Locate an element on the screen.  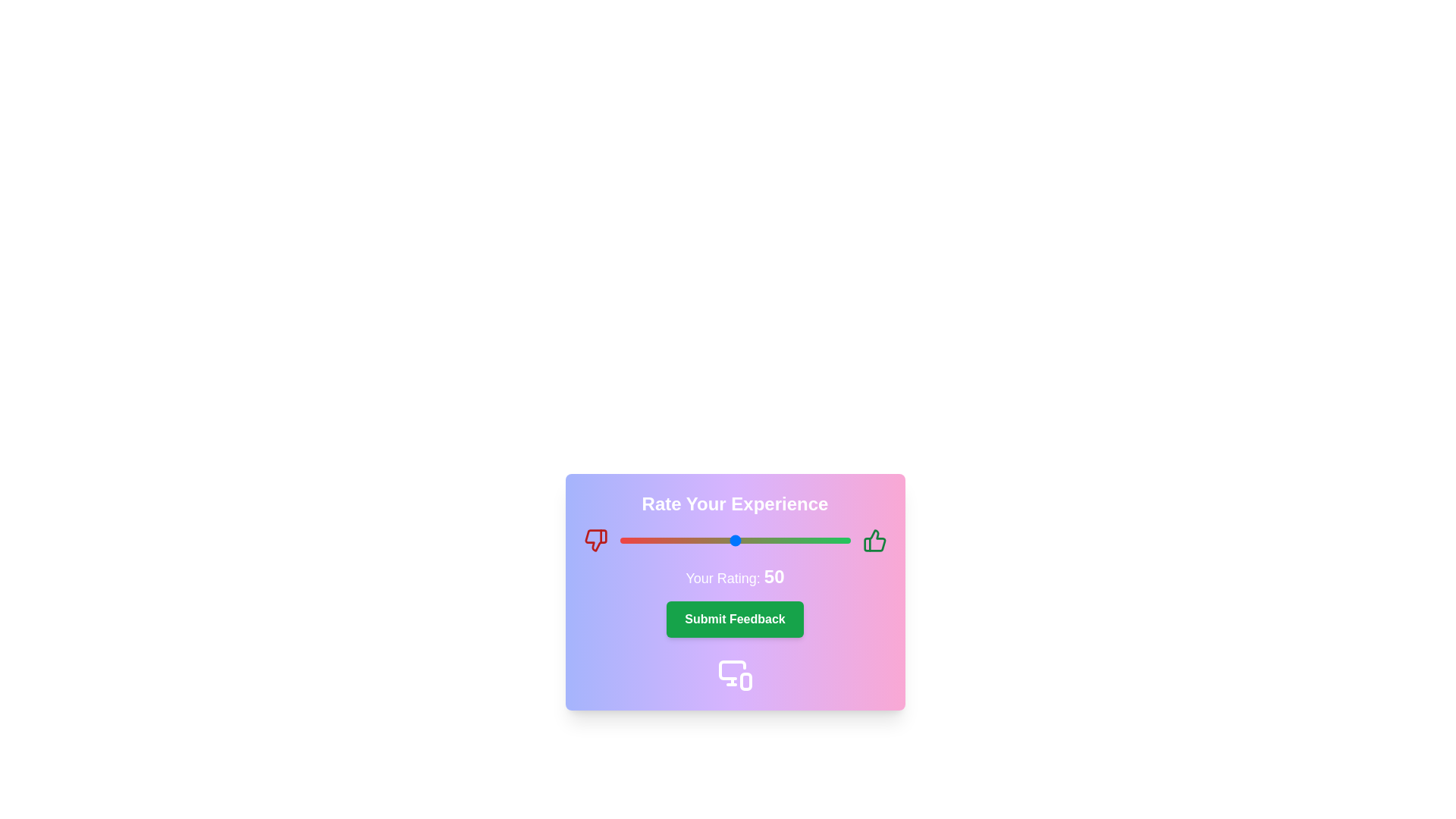
the slider to a specific rating value, 91 is located at coordinates (829, 540).